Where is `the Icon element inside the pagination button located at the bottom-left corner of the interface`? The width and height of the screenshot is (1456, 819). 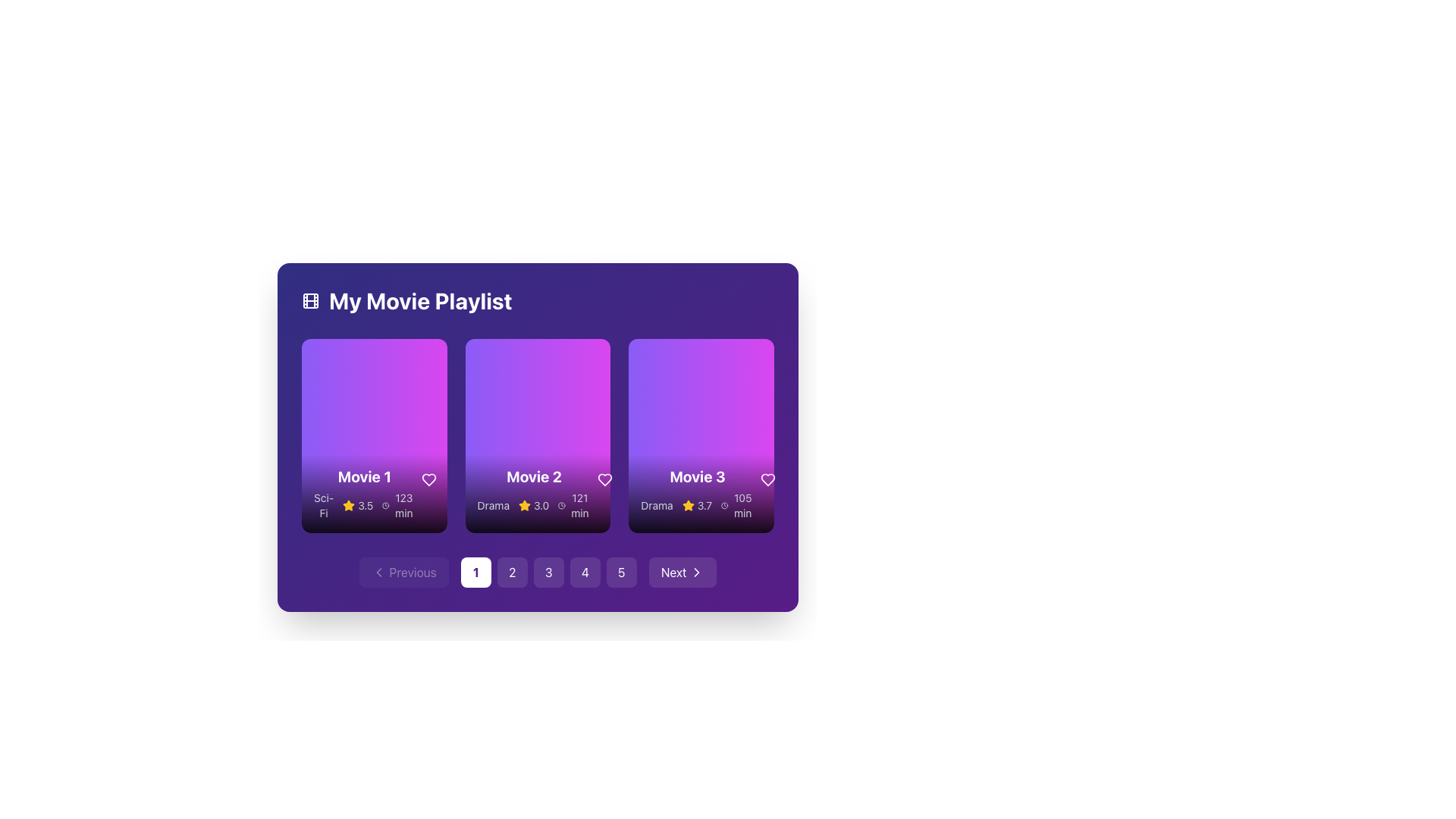 the Icon element inside the pagination button located at the bottom-left corner of the interface is located at coordinates (378, 573).